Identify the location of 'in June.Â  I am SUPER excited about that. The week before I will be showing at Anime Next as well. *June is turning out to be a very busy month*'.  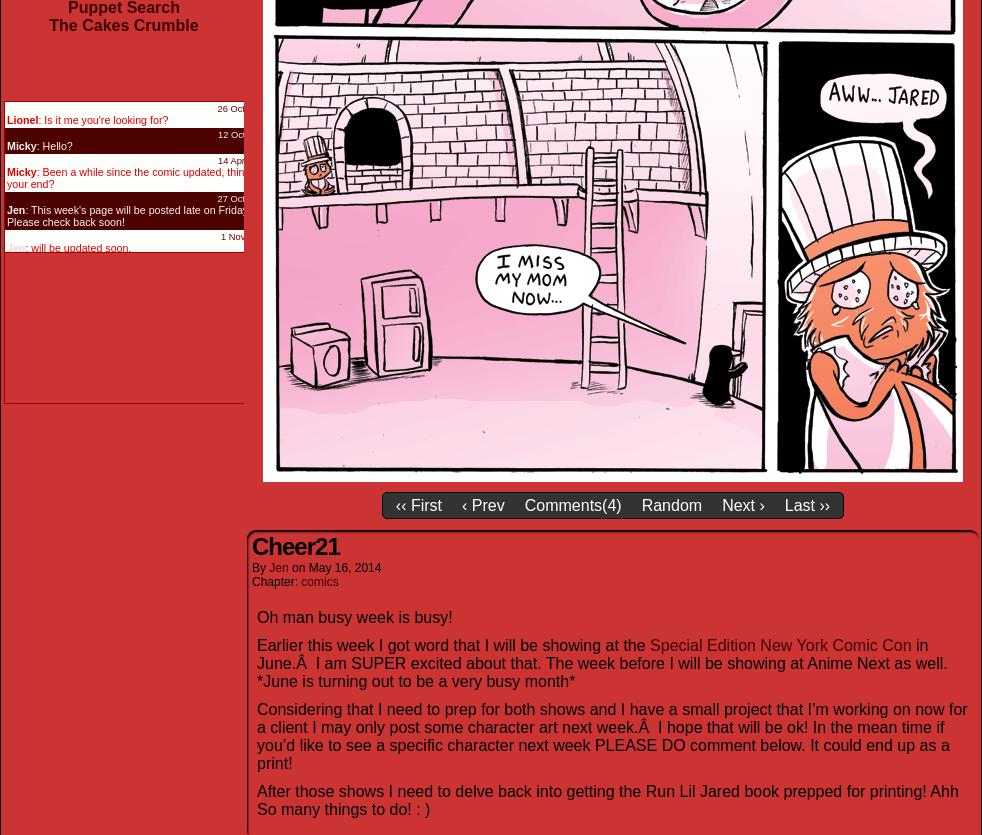
(256, 661).